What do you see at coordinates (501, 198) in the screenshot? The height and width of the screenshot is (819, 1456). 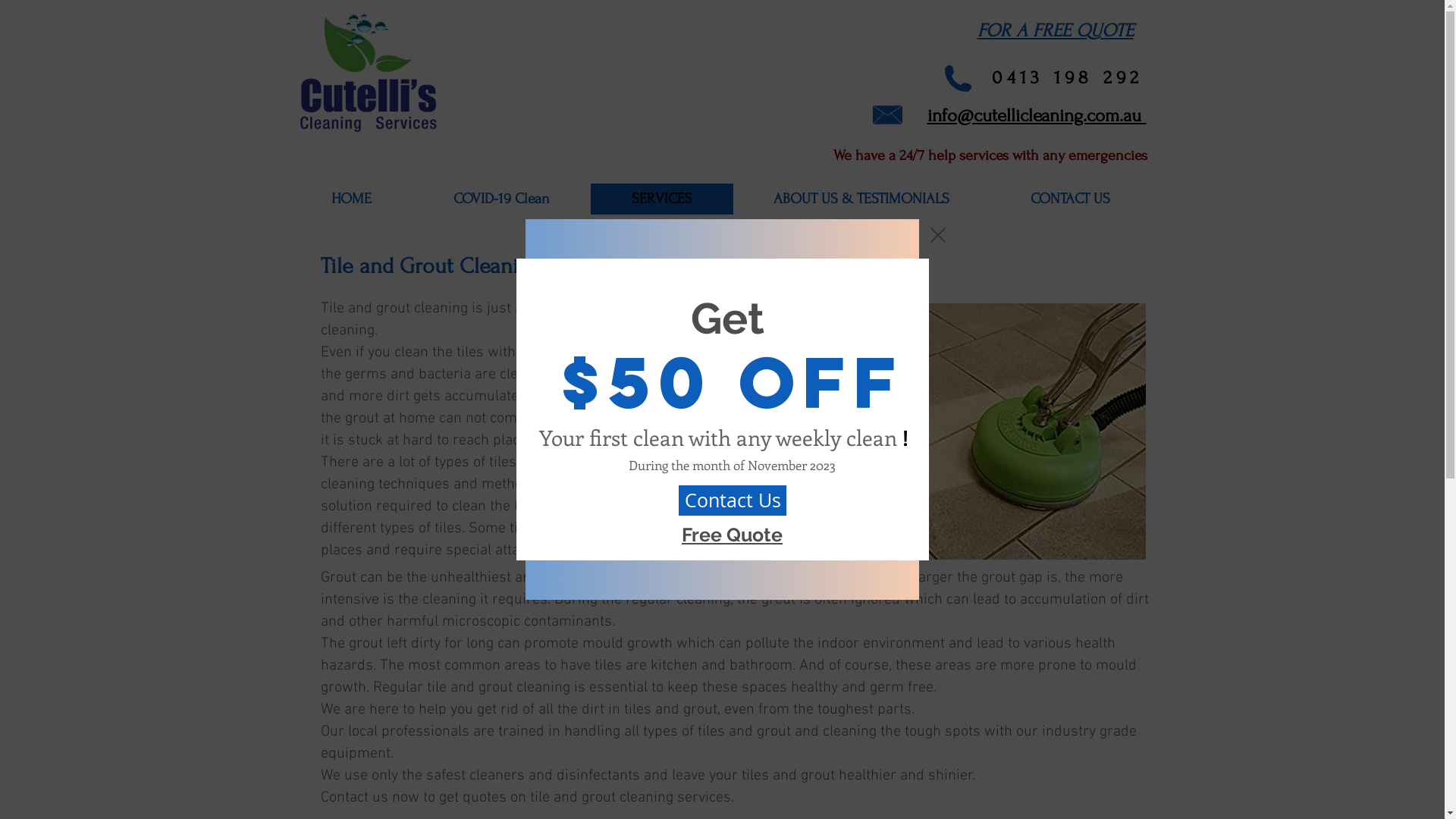 I see `'COVID-19 Clean'` at bounding box center [501, 198].